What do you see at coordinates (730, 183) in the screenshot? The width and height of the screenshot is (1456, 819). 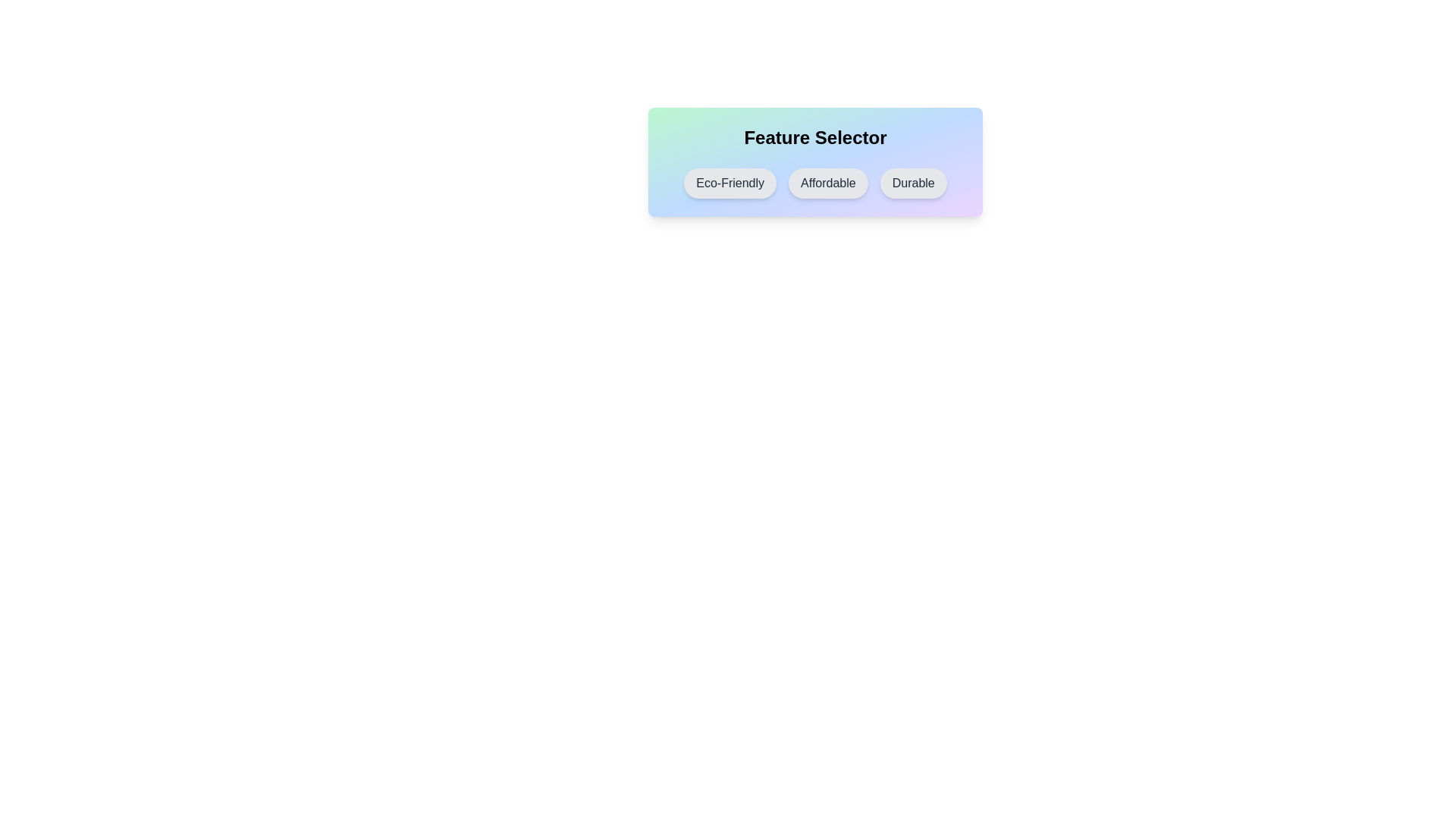 I see `the chip labeled Eco-Friendly` at bounding box center [730, 183].